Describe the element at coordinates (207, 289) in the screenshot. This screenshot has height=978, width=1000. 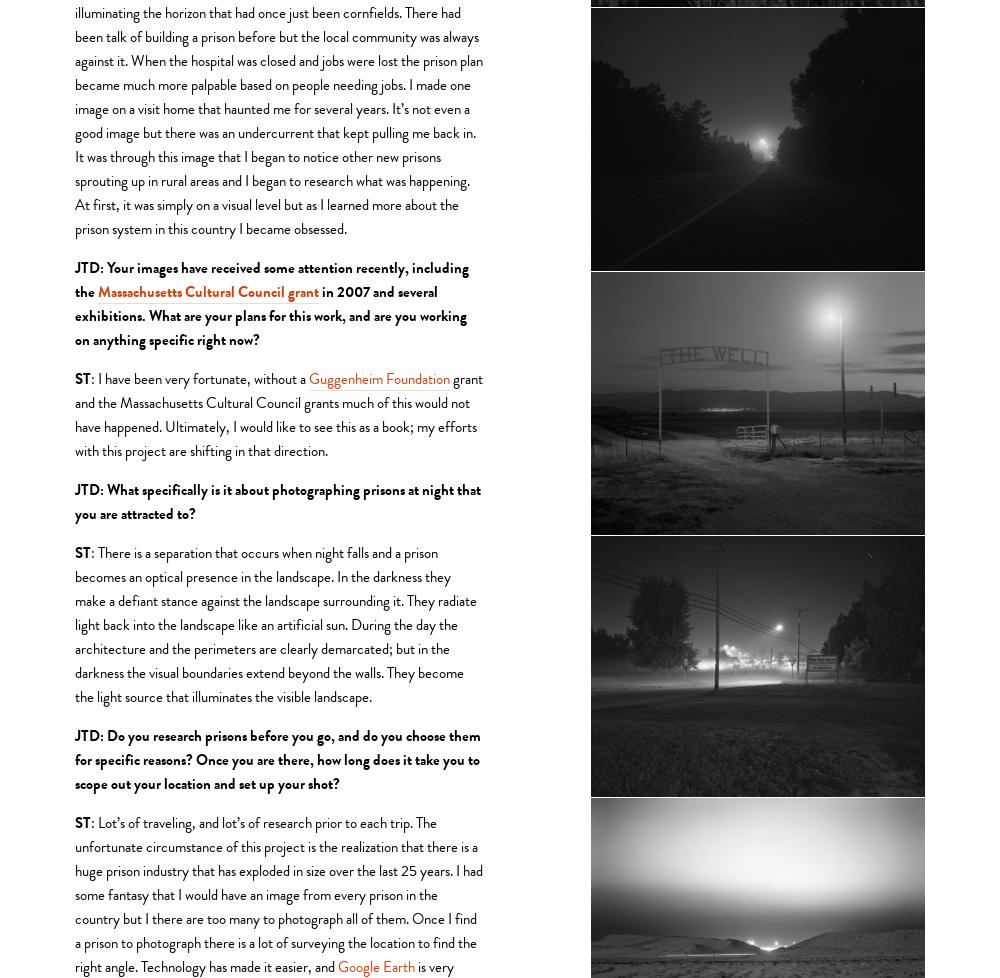
I see `'Massachusetts Cultural Council grant'` at that location.